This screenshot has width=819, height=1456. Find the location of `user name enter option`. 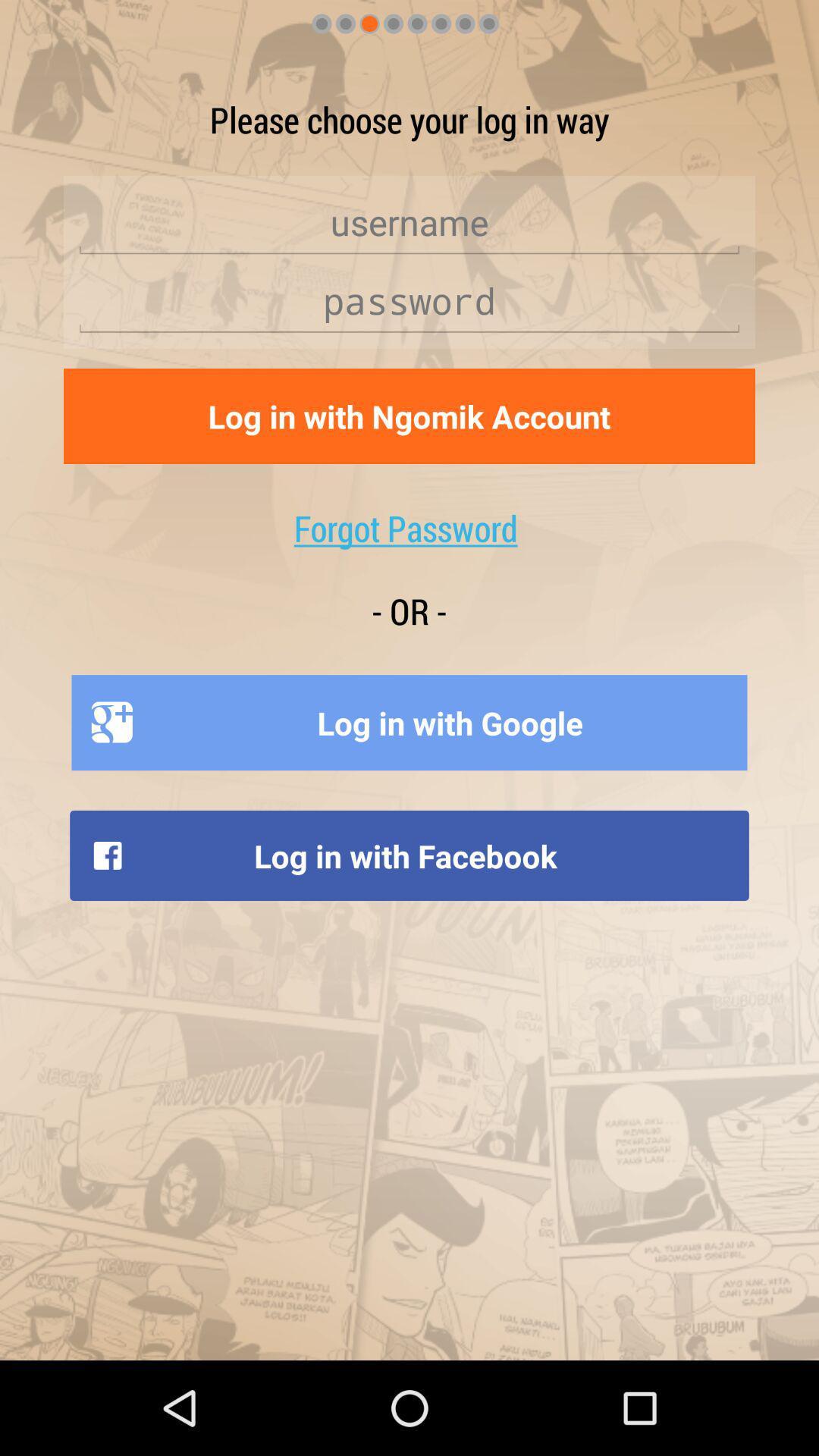

user name enter option is located at coordinates (409, 221).